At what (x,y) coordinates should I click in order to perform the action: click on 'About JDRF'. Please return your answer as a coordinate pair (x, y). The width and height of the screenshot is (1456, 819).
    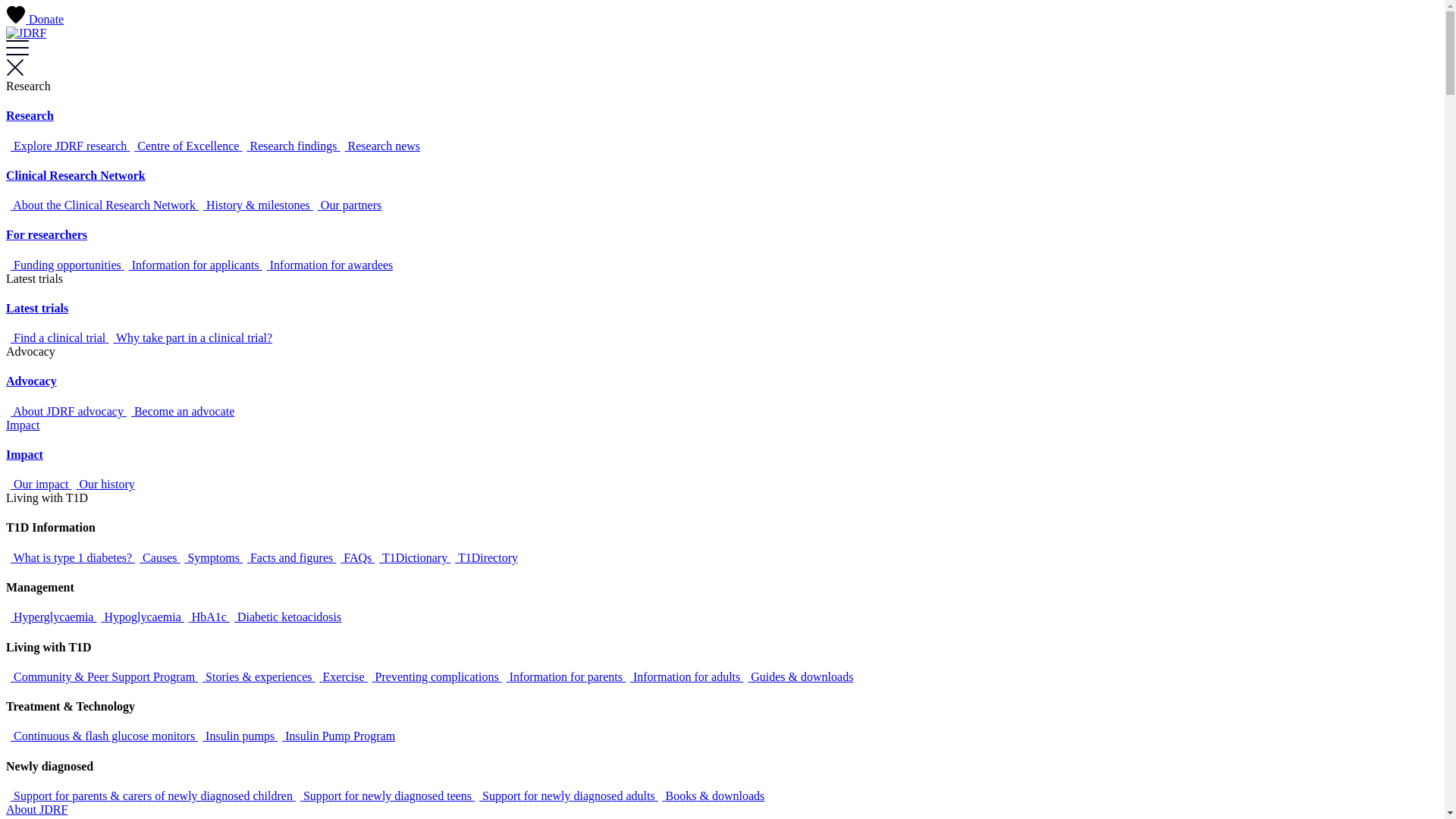
    Looking at the image, I should click on (36, 808).